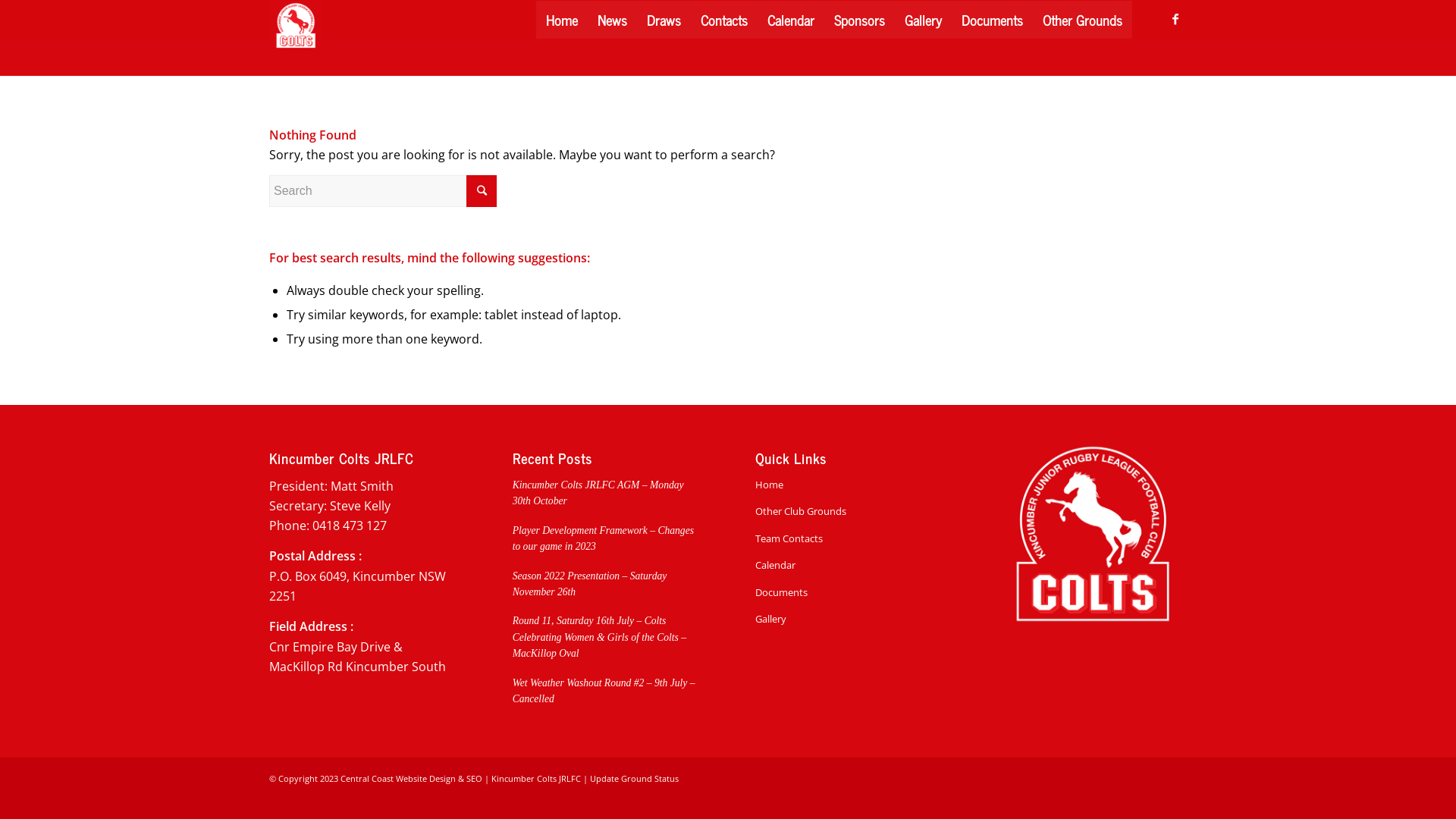 This screenshot has height=819, width=1456. What do you see at coordinates (690, 20) in the screenshot?
I see `'Contacts'` at bounding box center [690, 20].